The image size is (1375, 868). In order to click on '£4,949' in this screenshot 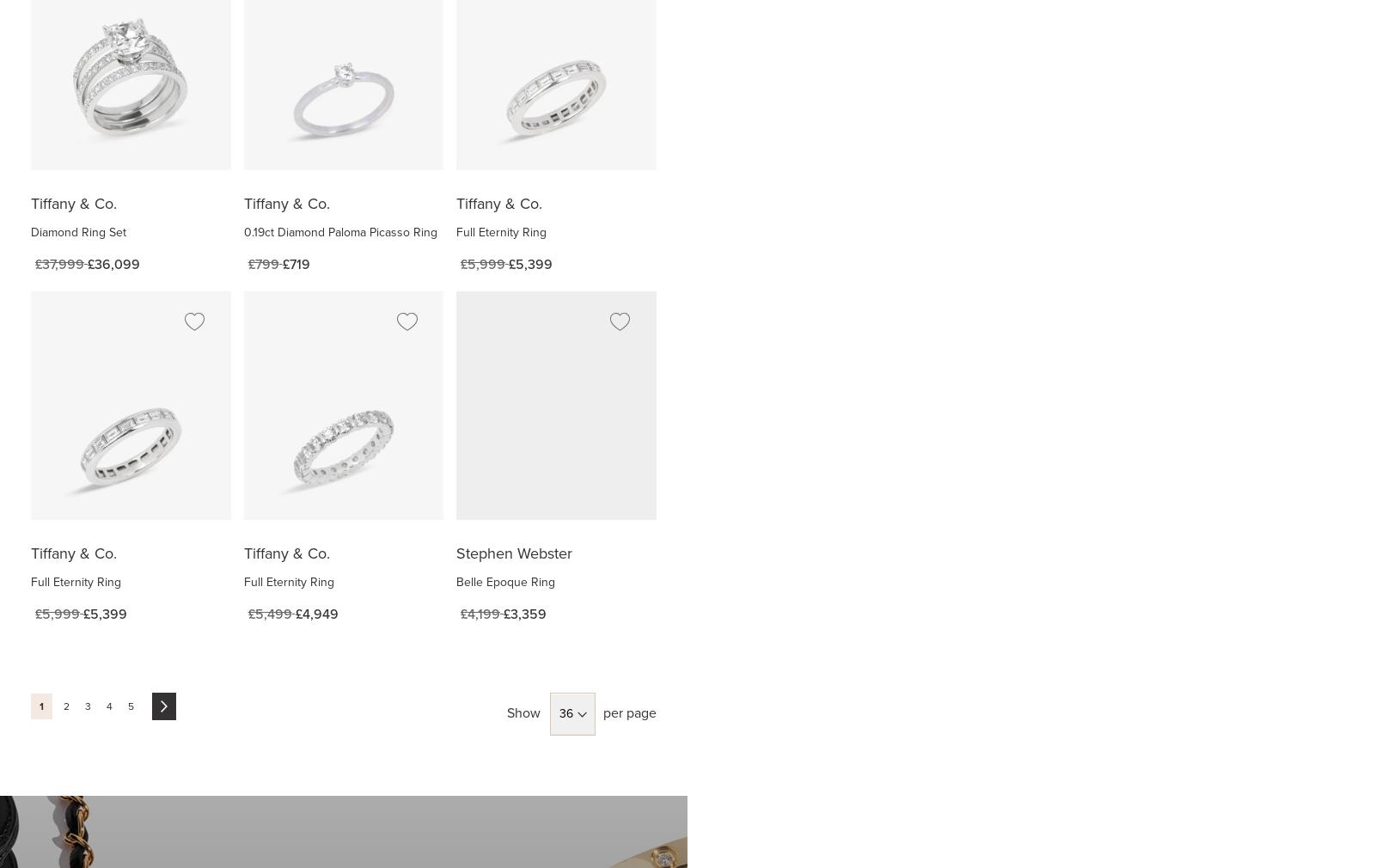, I will do `click(316, 613)`.